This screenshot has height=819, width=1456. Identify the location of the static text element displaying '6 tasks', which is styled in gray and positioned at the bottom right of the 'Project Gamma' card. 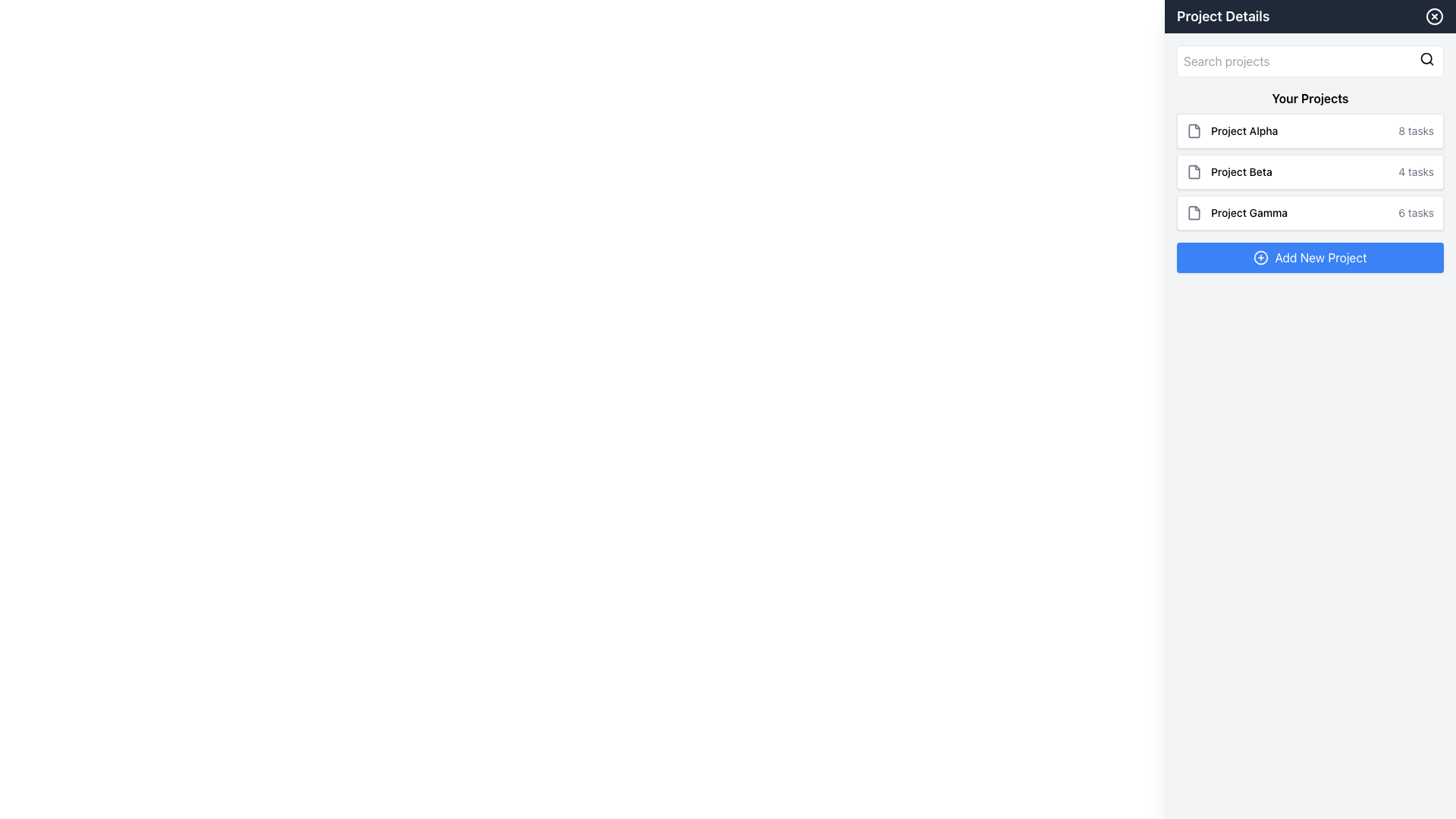
(1415, 213).